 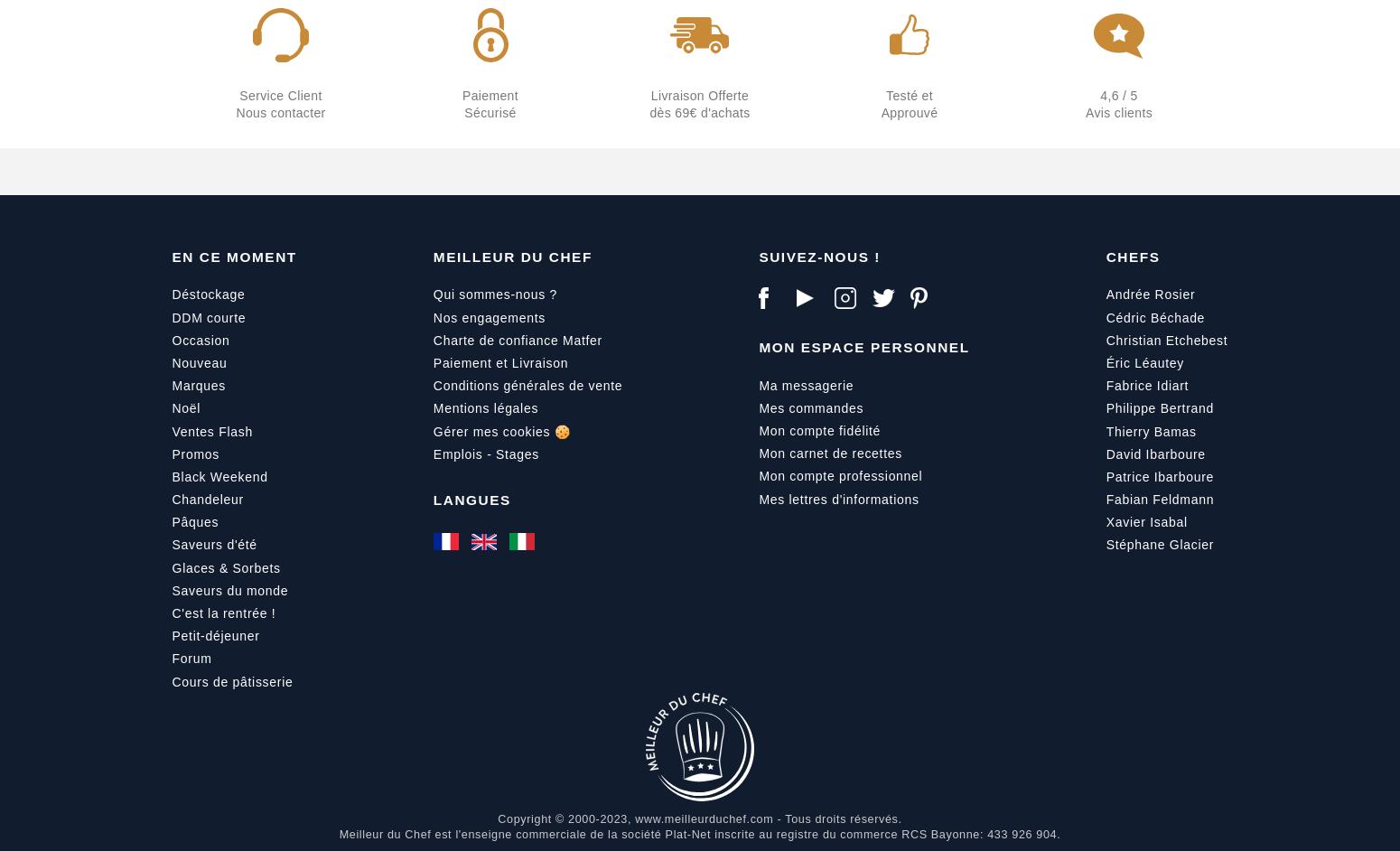 I want to click on 'Chandeleur', so click(x=171, y=498).